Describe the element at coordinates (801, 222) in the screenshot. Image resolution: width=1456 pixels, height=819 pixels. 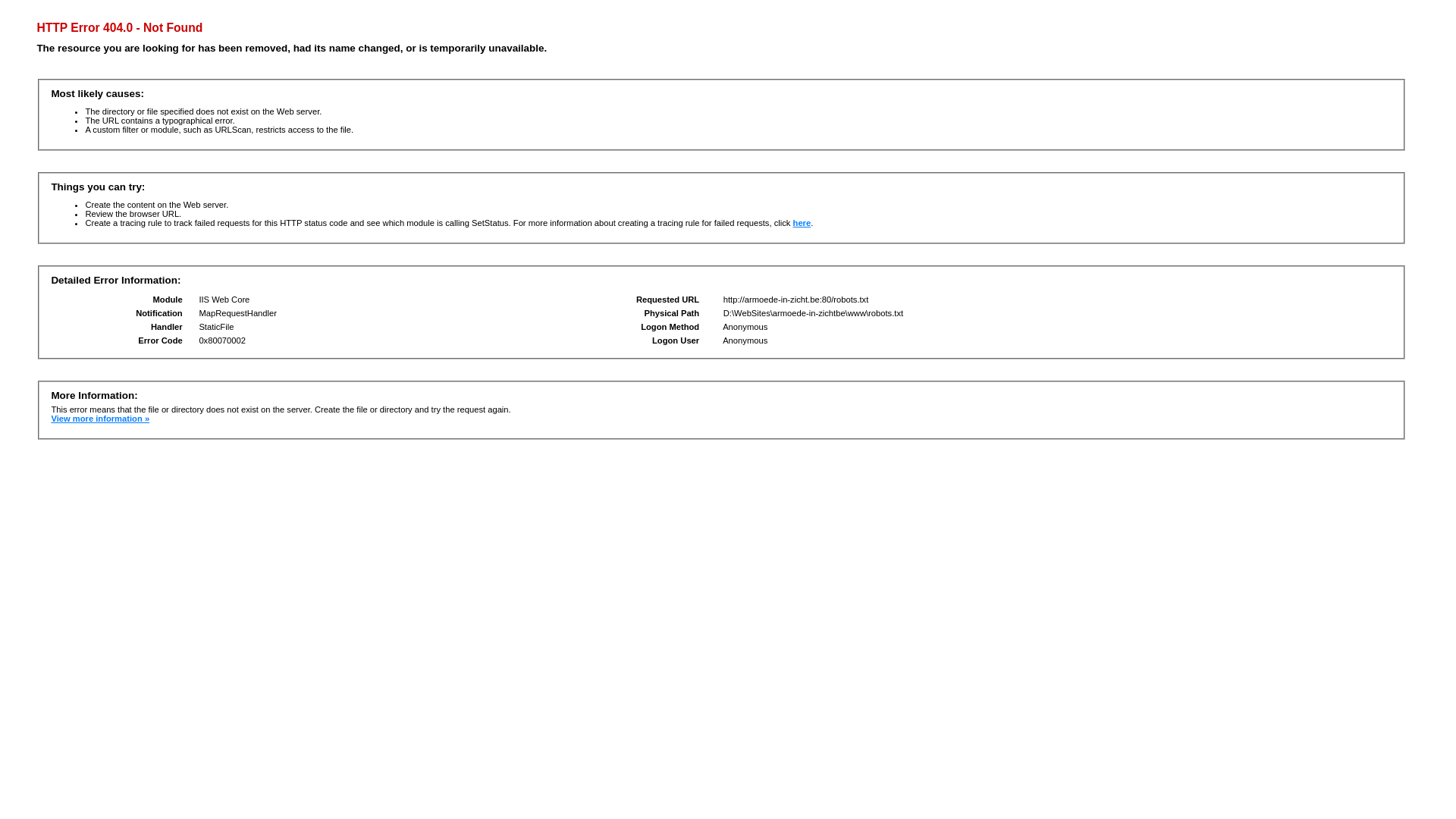
I see `'here'` at that location.